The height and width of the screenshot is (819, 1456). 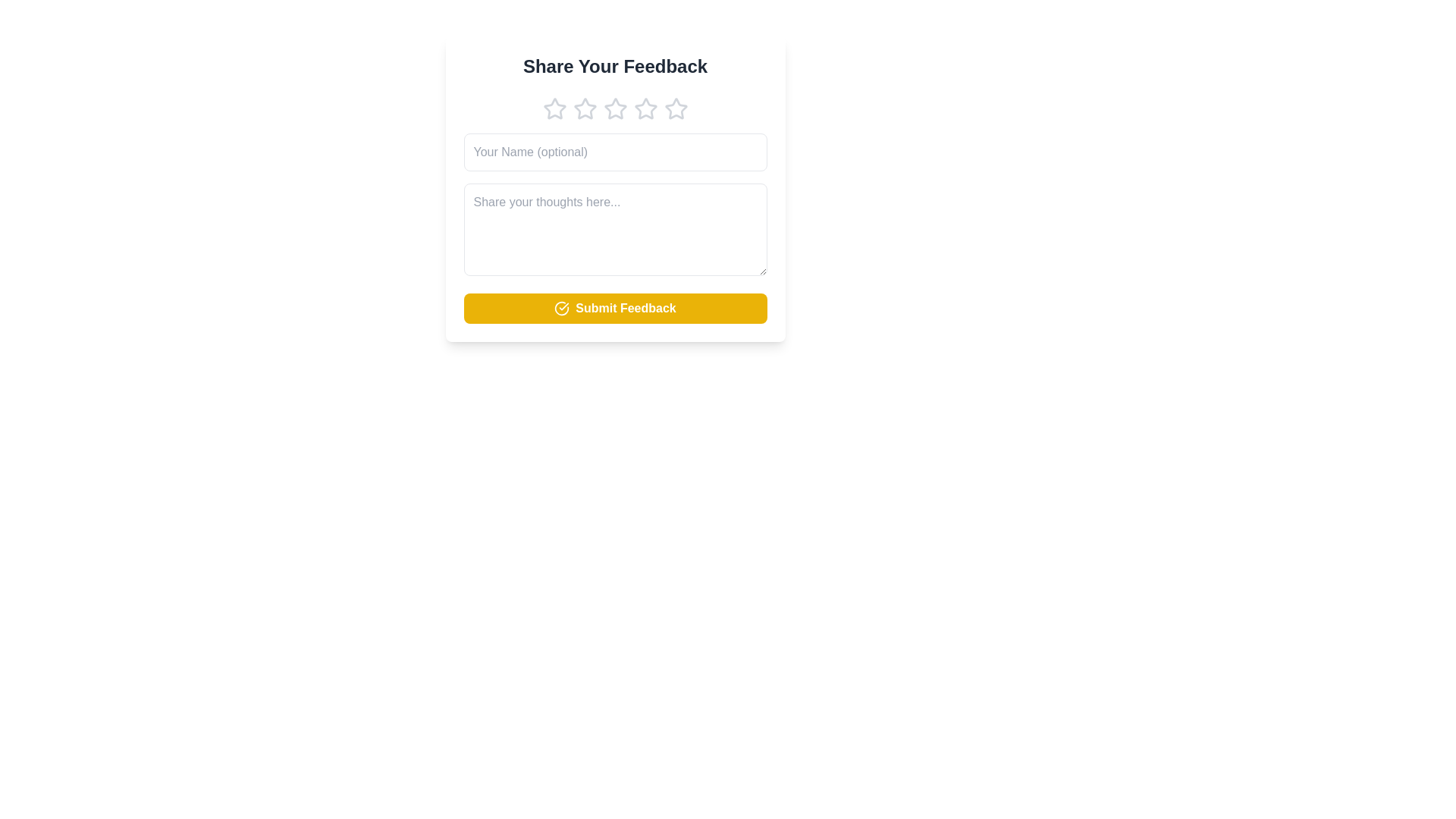 I want to click on the first star icon in the 5-star rating component at the top of the feedback form, so click(x=554, y=108).